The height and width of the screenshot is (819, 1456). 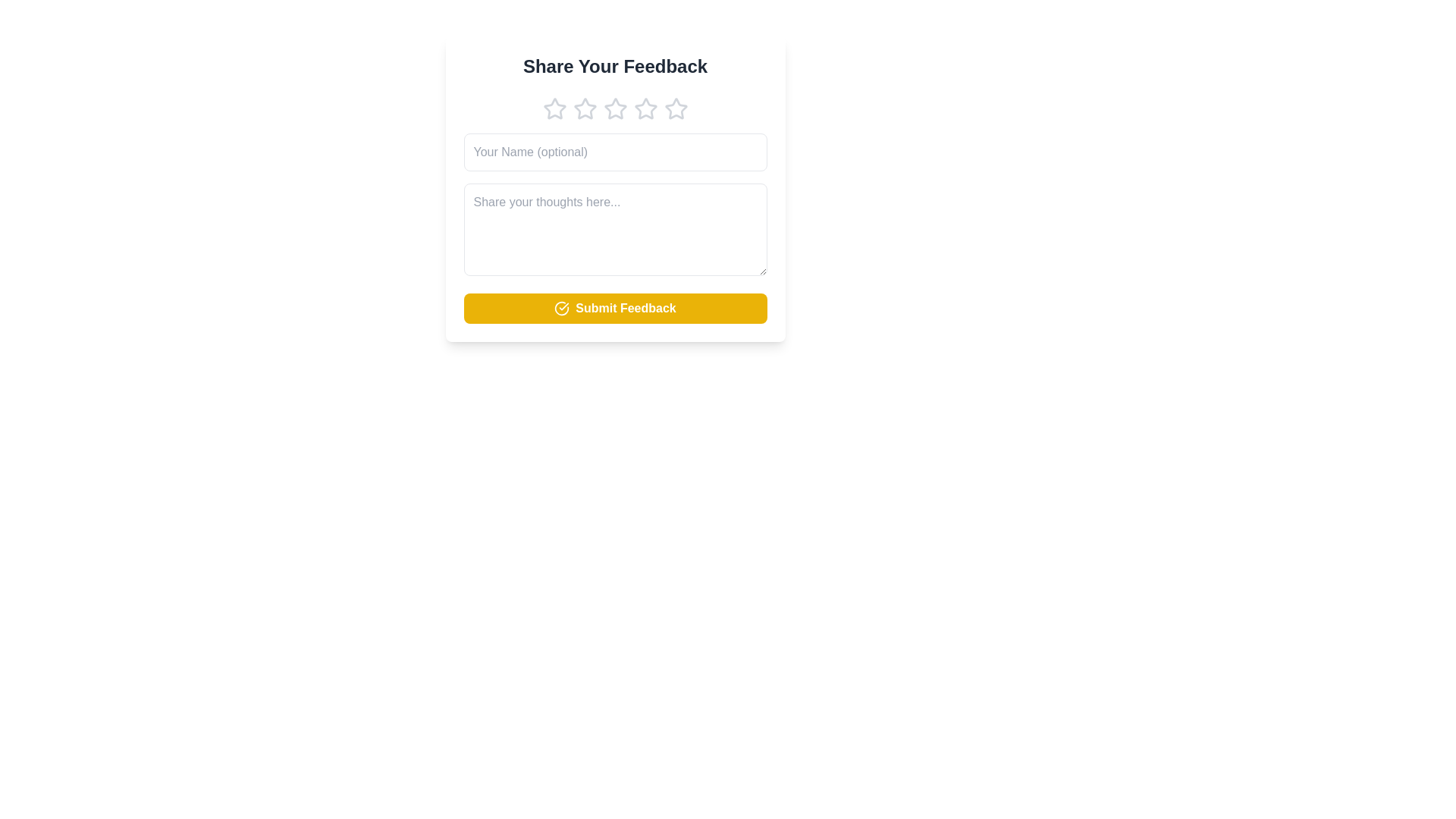 I want to click on the first star icon in the 5-star rating component at the top of the feedback form, so click(x=554, y=108).